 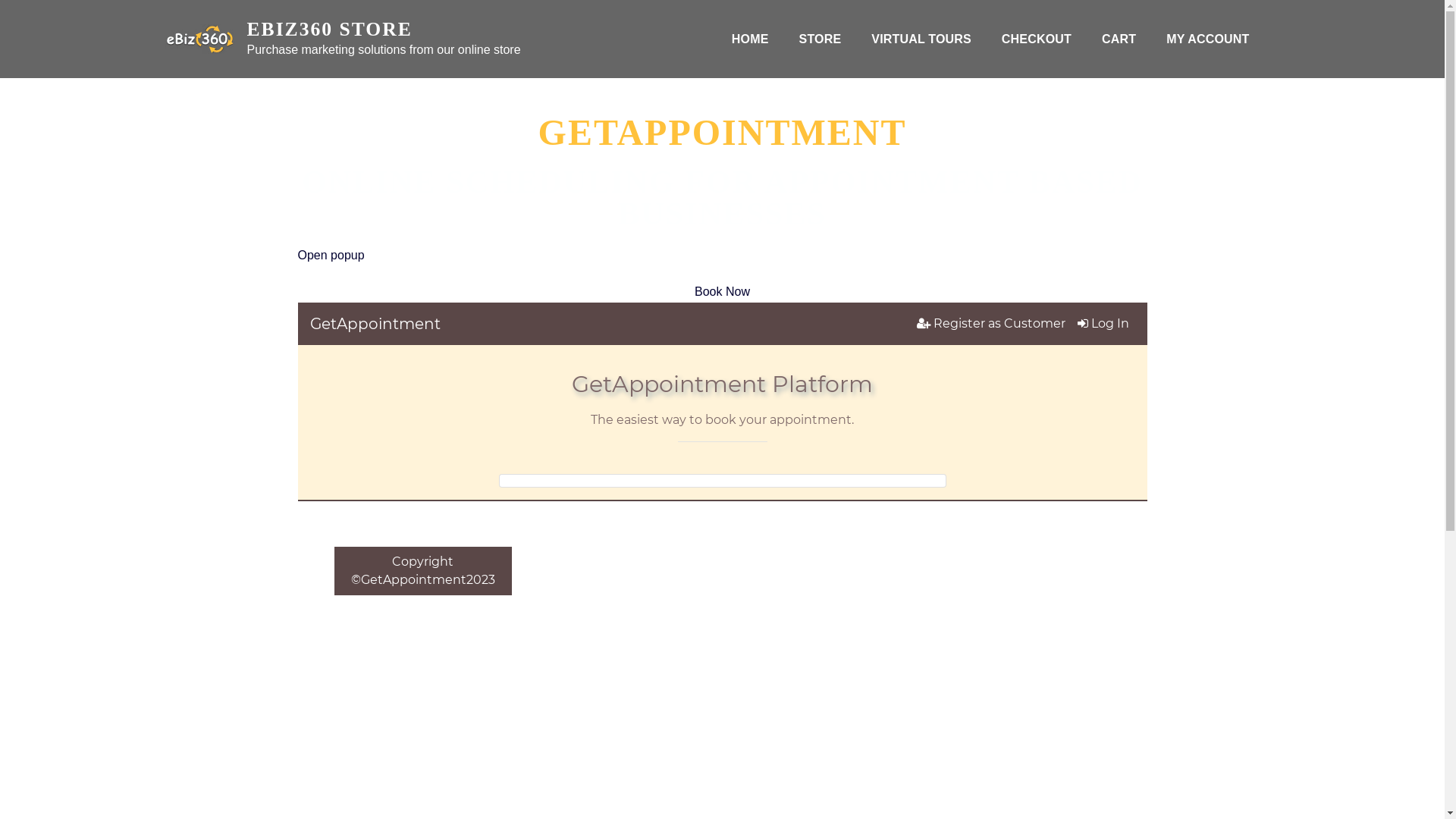 I want to click on 'STORE', so click(x=819, y=38).